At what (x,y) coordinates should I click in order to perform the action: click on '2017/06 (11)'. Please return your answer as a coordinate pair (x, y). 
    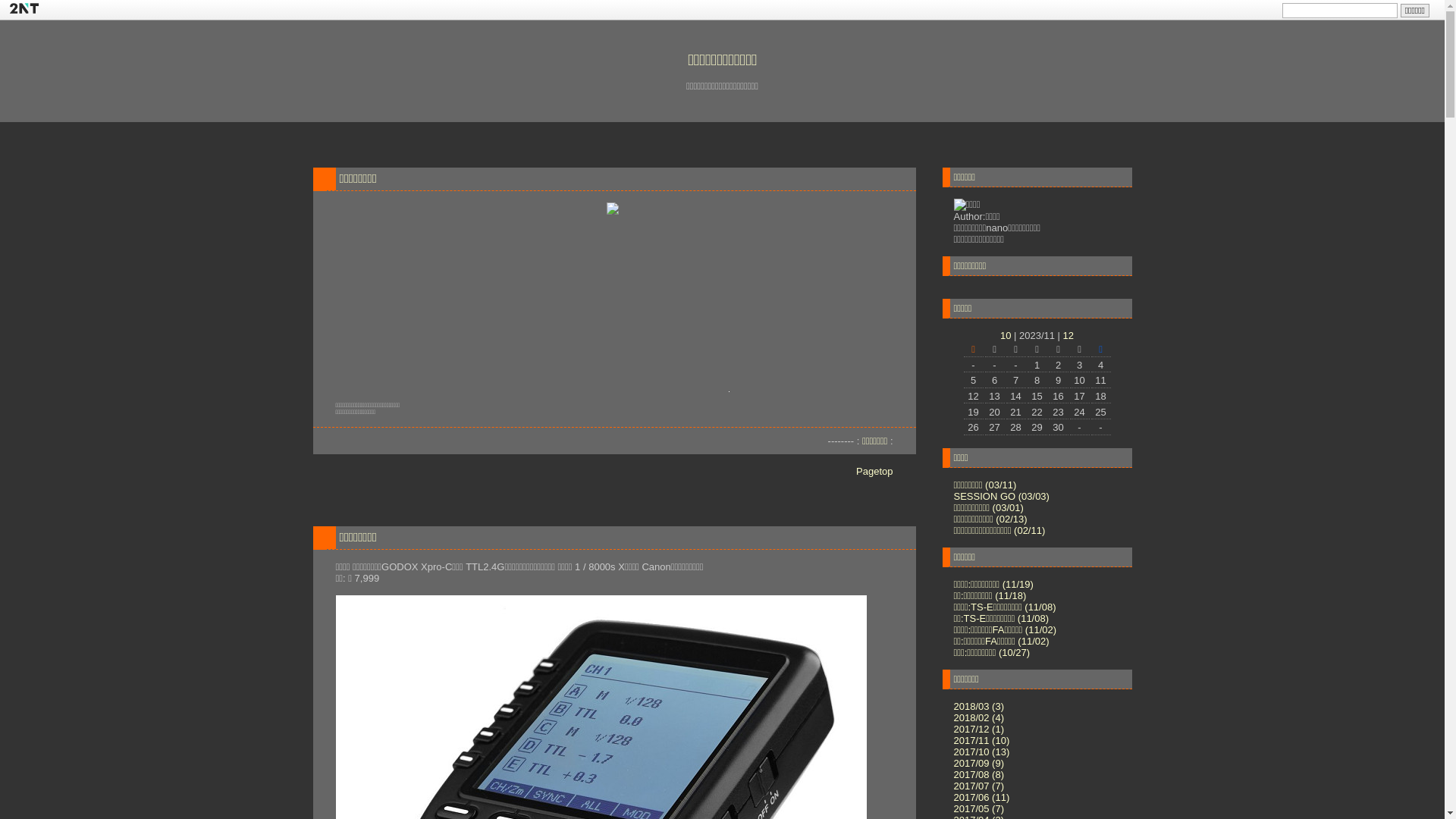
    Looking at the image, I should click on (982, 796).